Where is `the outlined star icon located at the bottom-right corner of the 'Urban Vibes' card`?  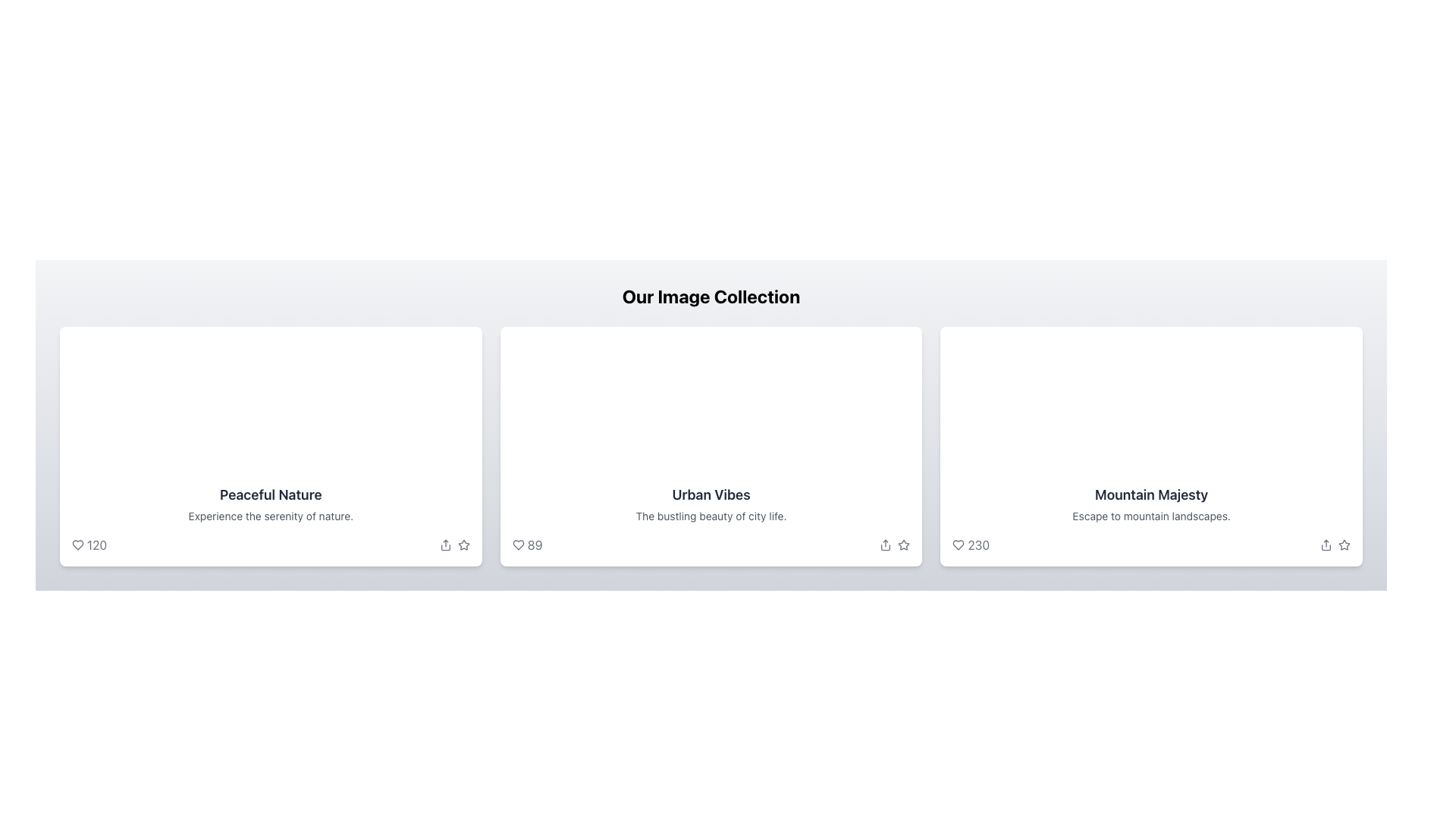
the outlined star icon located at the bottom-right corner of the 'Urban Vibes' card is located at coordinates (463, 544).